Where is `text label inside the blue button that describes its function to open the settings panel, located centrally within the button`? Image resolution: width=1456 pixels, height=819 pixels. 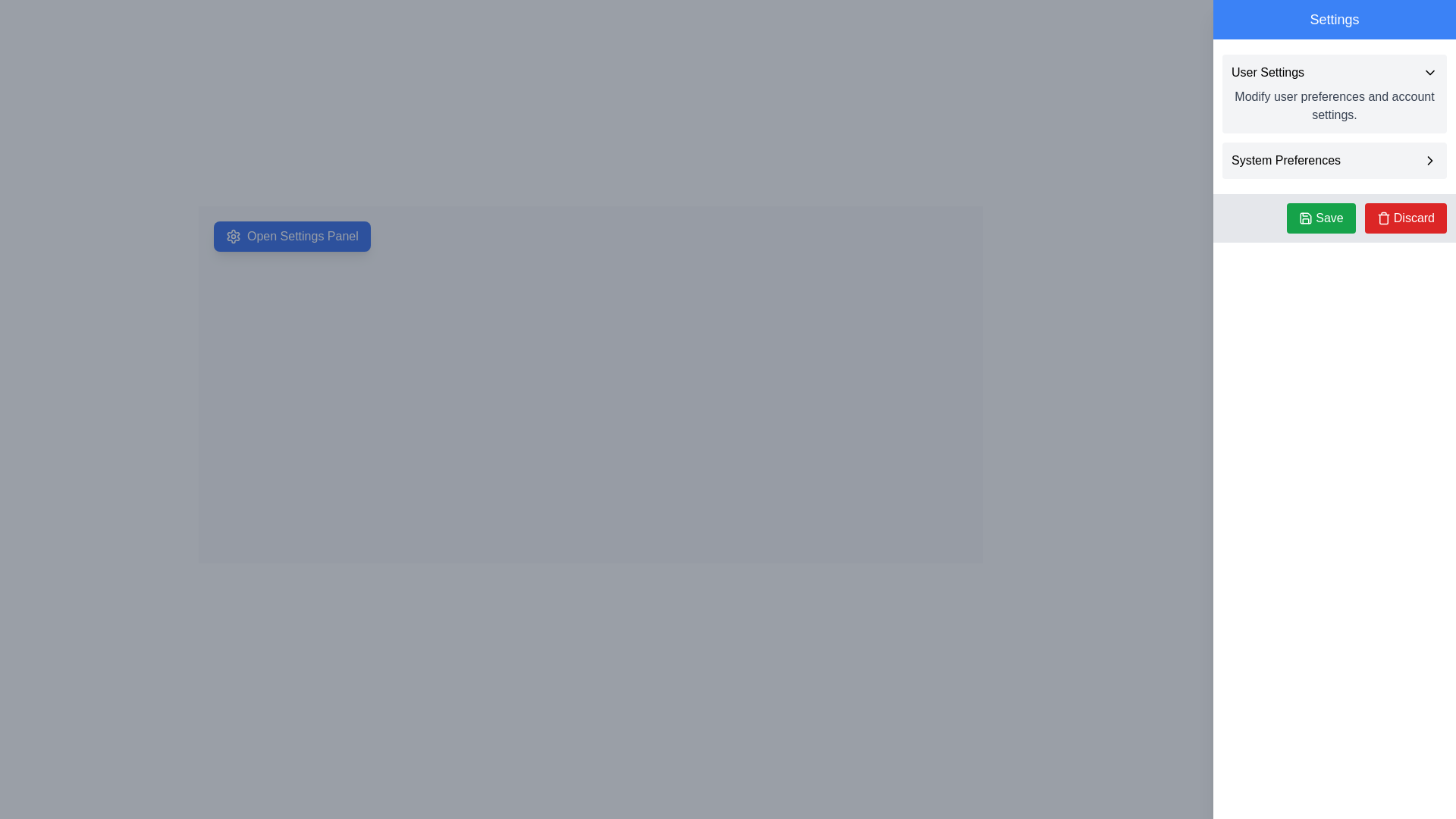
text label inside the blue button that describes its function to open the settings panel, located centrally within the button is located at coordinates (303, 237).